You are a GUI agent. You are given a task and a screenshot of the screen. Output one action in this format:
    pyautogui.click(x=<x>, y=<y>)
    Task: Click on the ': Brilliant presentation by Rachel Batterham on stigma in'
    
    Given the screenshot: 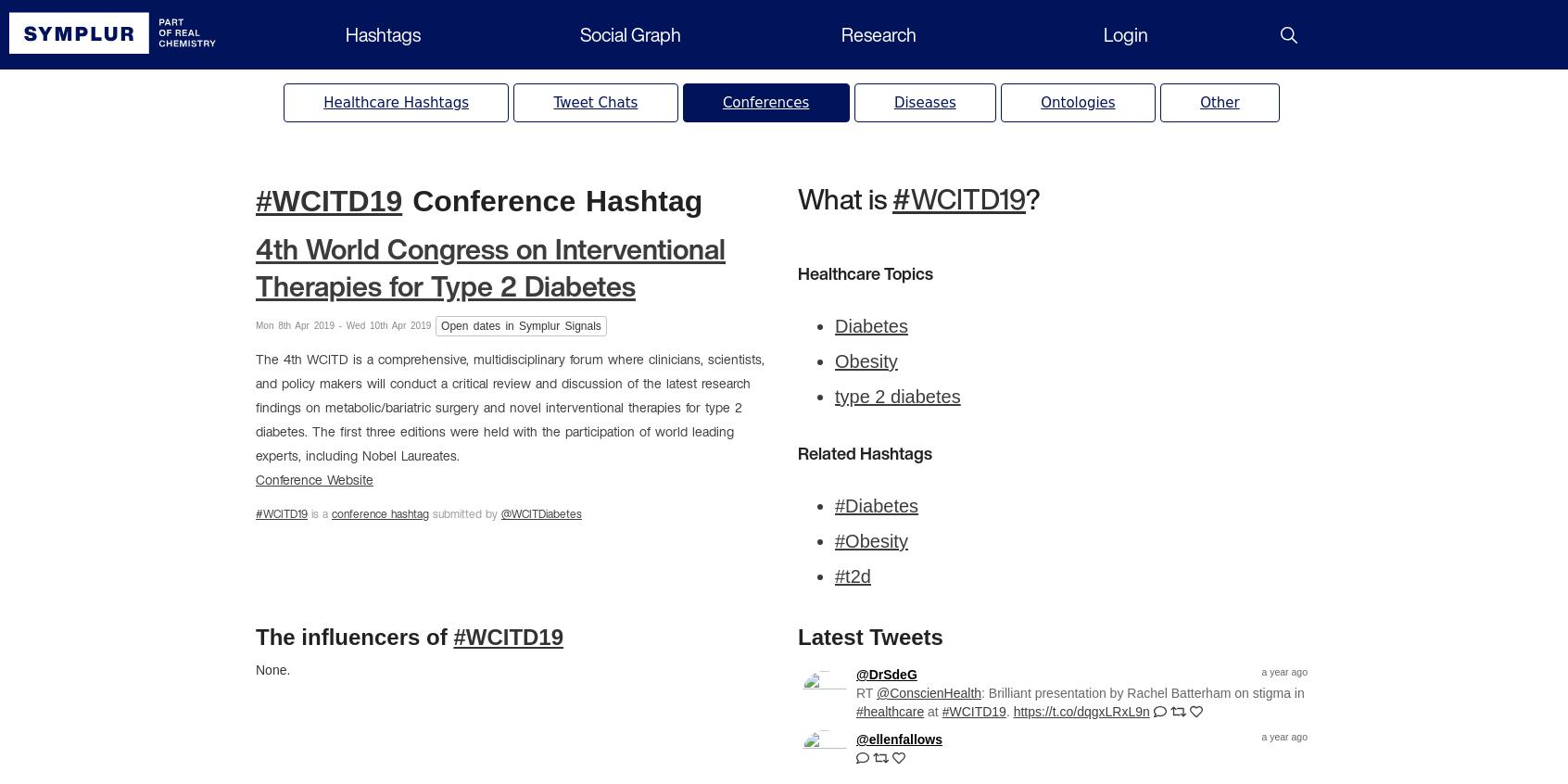 What is the action you would take?
    pyautogui.click(x=981, y=692)
    